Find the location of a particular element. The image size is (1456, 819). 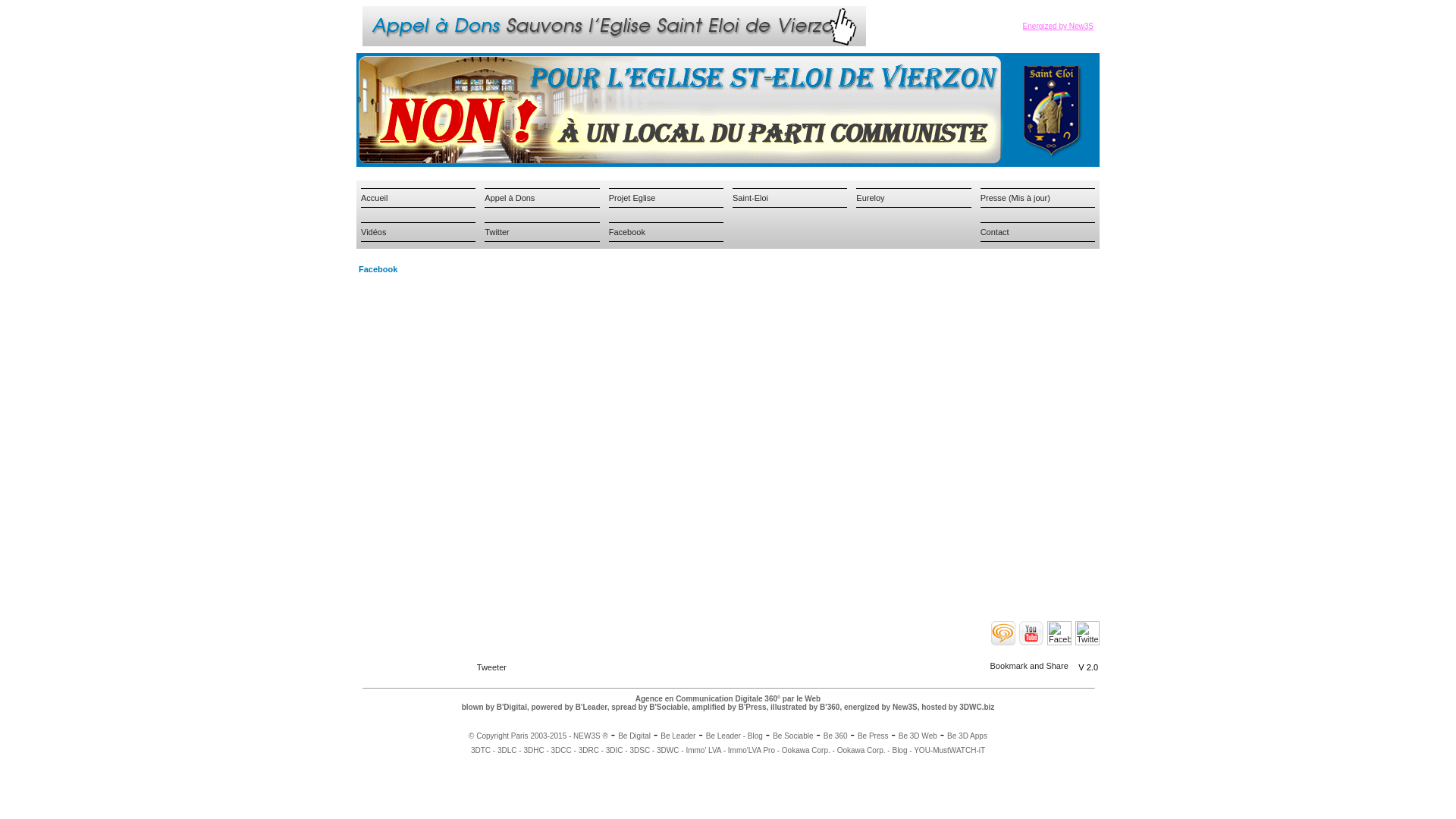

'Accueil' is located at coordinates (374, 196).